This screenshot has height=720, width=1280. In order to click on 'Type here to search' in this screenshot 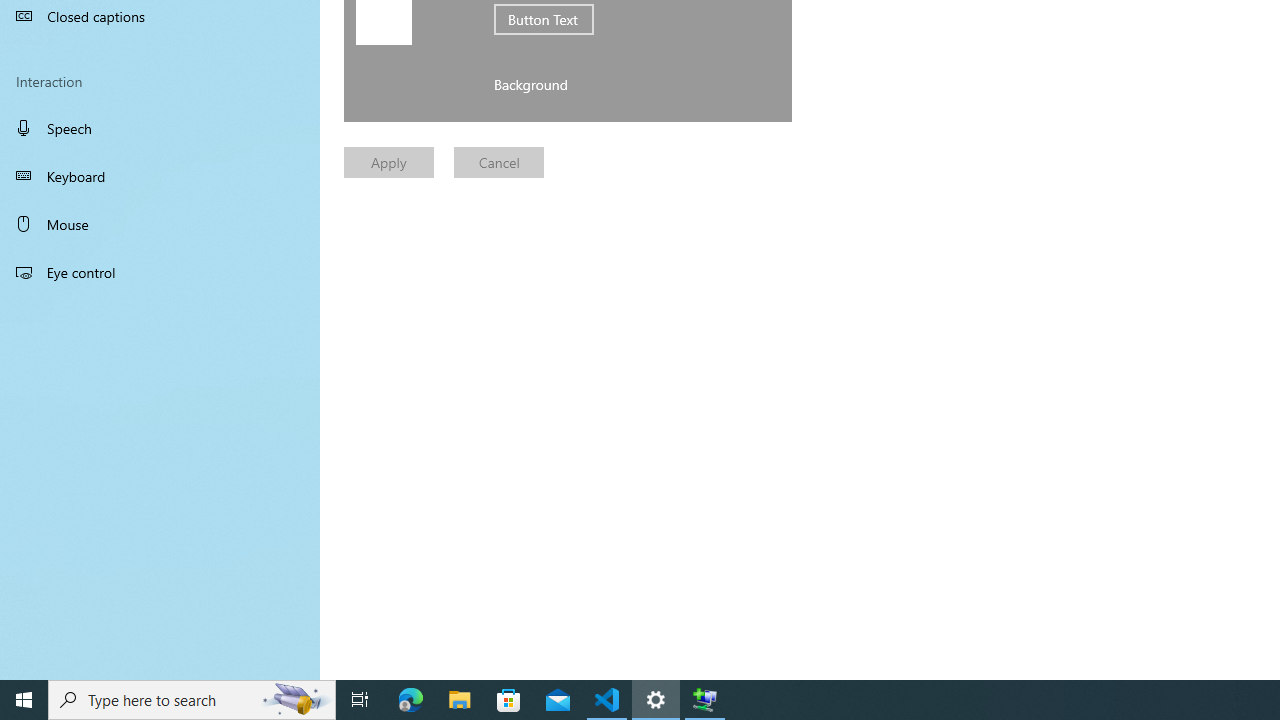, I will do `click(192, 698)`.